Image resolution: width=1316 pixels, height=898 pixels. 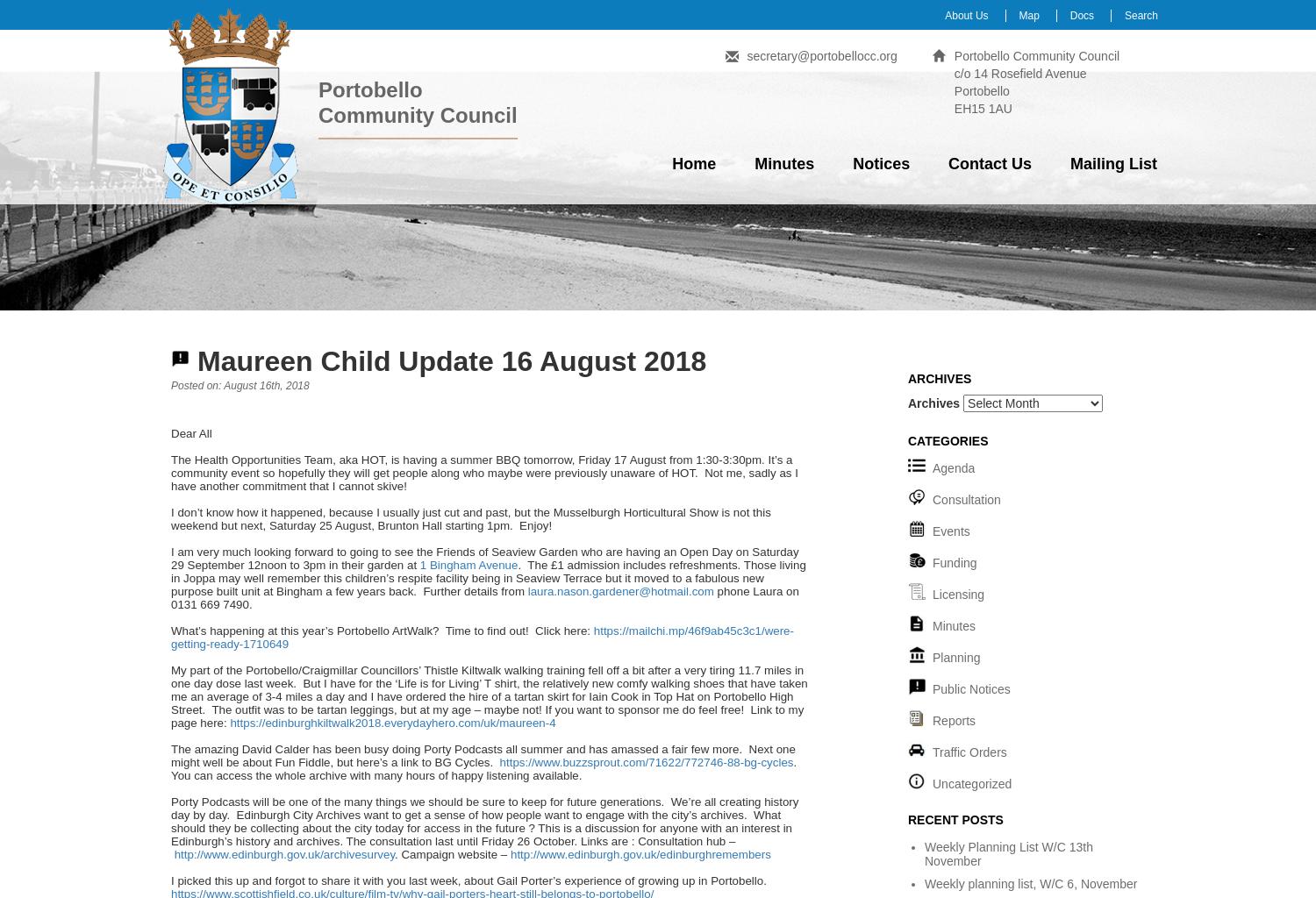 I want to click on '.  The £1 admission  includes refreshments. Those living in Joppa may well remember this children’s respite facility being in Seaview Terrace but it moved to a fabulous new purpose built unit at Bingham a few years back.  Further details from', so click(x=488, y=577).